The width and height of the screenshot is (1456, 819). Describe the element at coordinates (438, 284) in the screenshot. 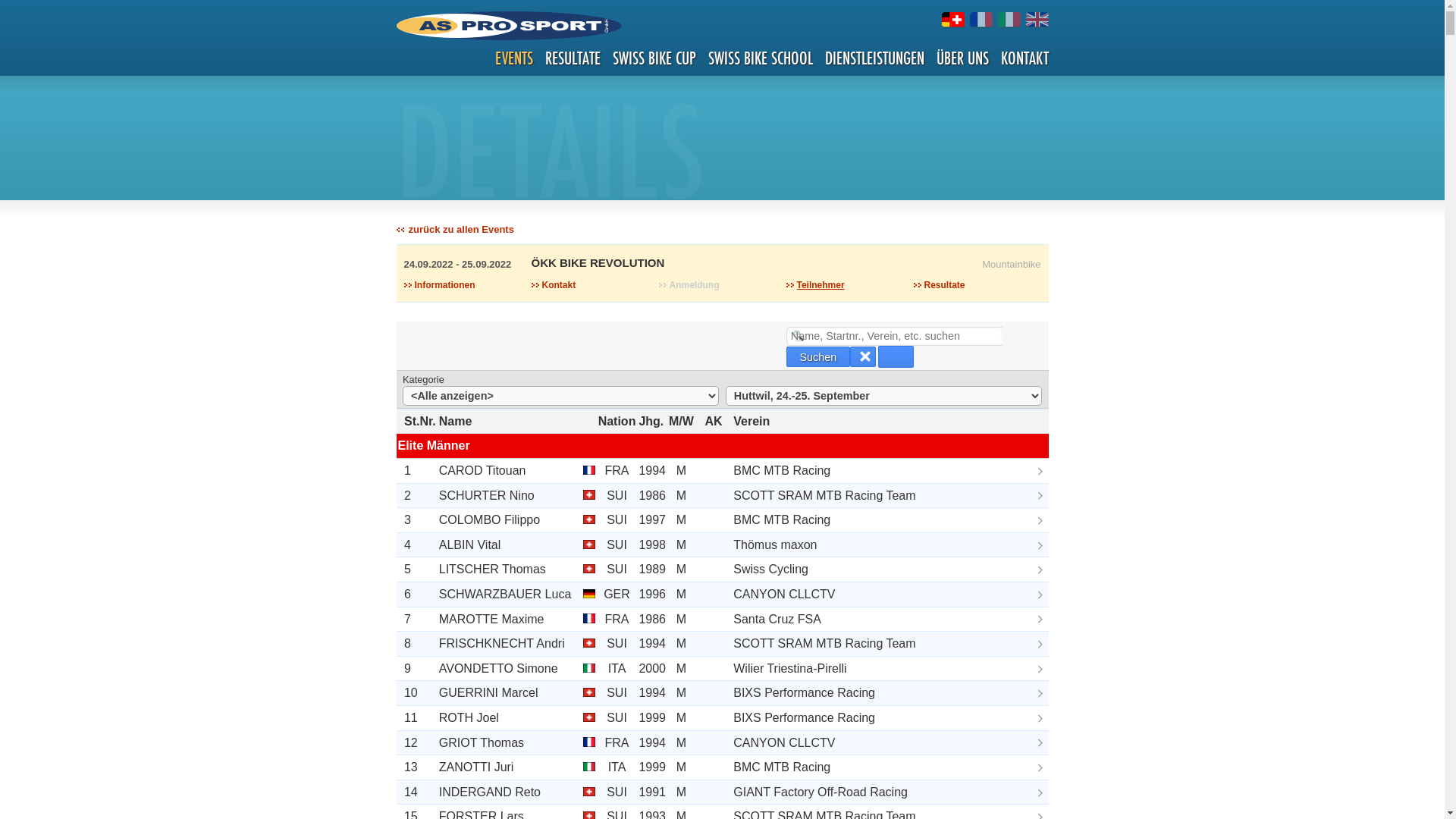

I see `'Informationen'` at that location.